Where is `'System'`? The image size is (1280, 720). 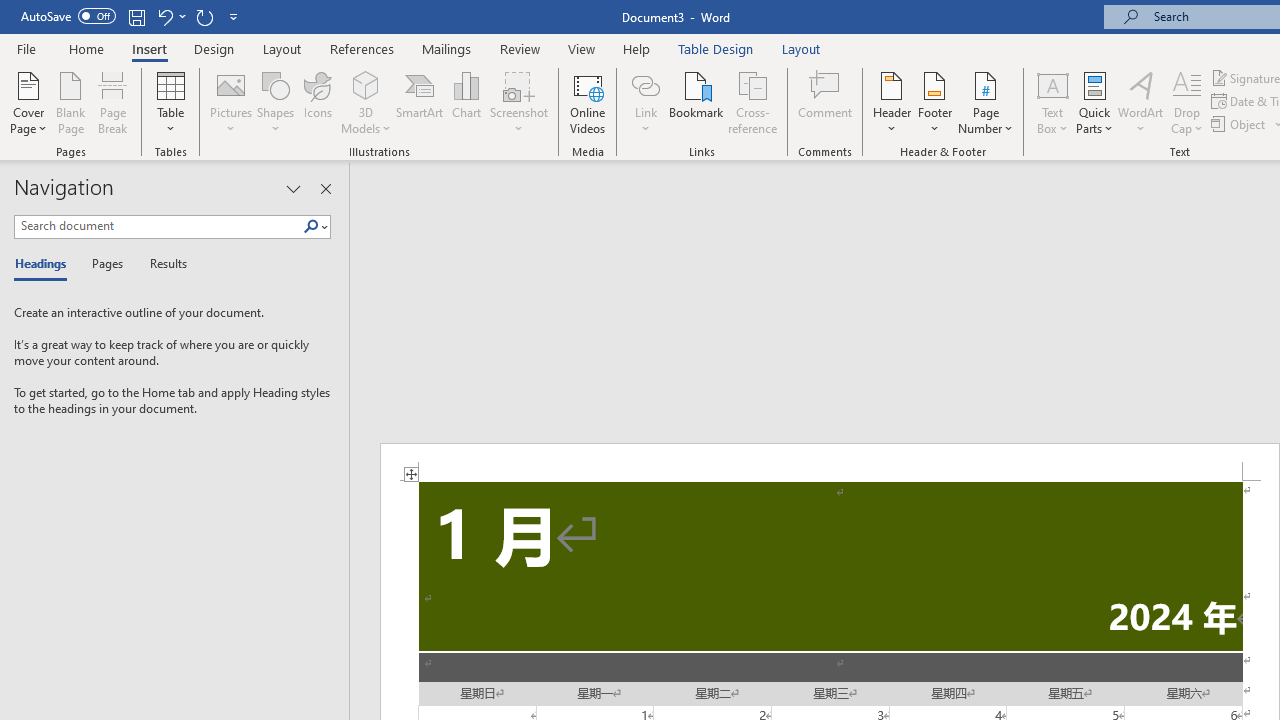
'System' is located at coordinates (10, 11).